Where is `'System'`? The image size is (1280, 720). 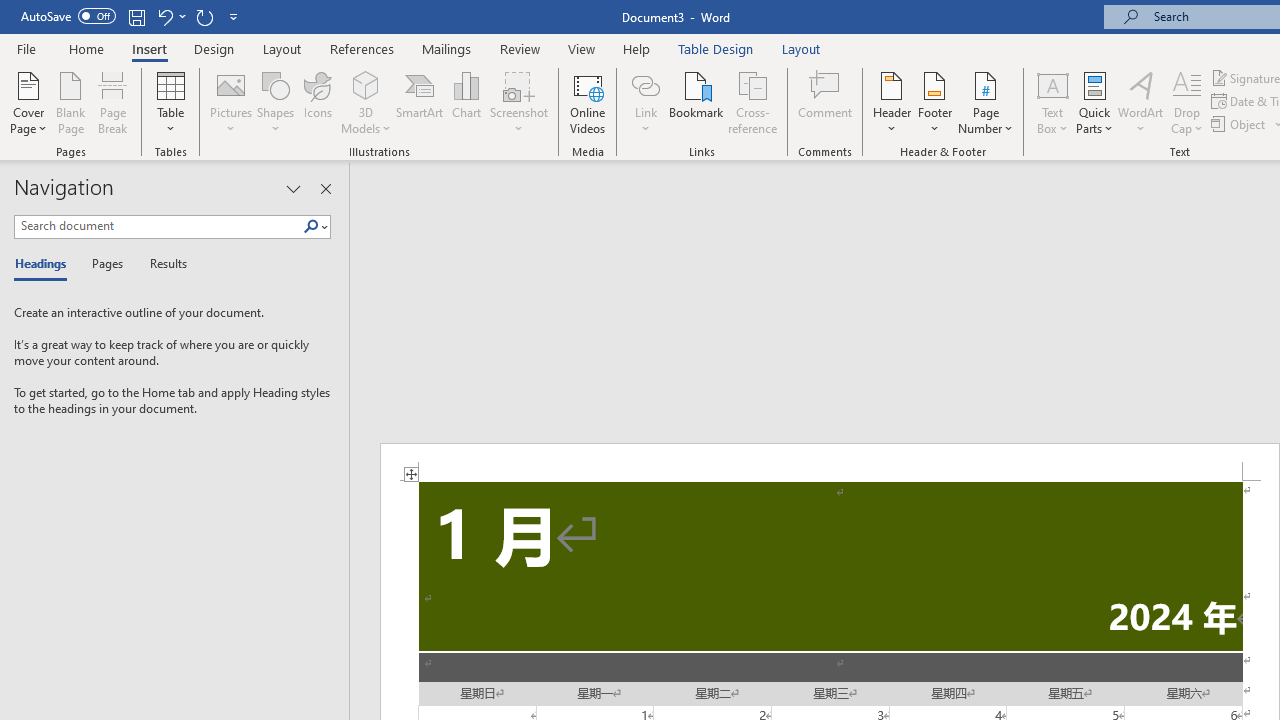
'System' is located at coordinates (10, 11).